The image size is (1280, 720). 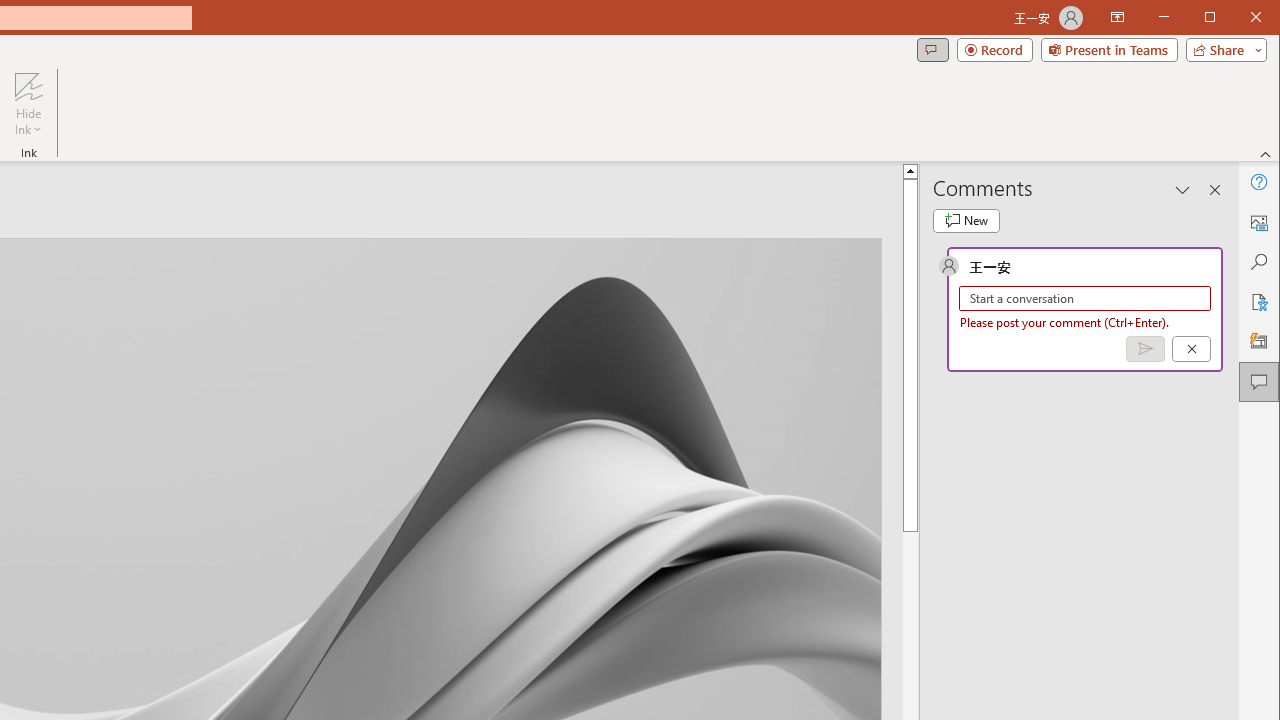 What do you see at coordinates (1145, 348) in the screenshot?
I see `'Post comment (Ctrl + Enter)'` at bounding box center [1145, 348].